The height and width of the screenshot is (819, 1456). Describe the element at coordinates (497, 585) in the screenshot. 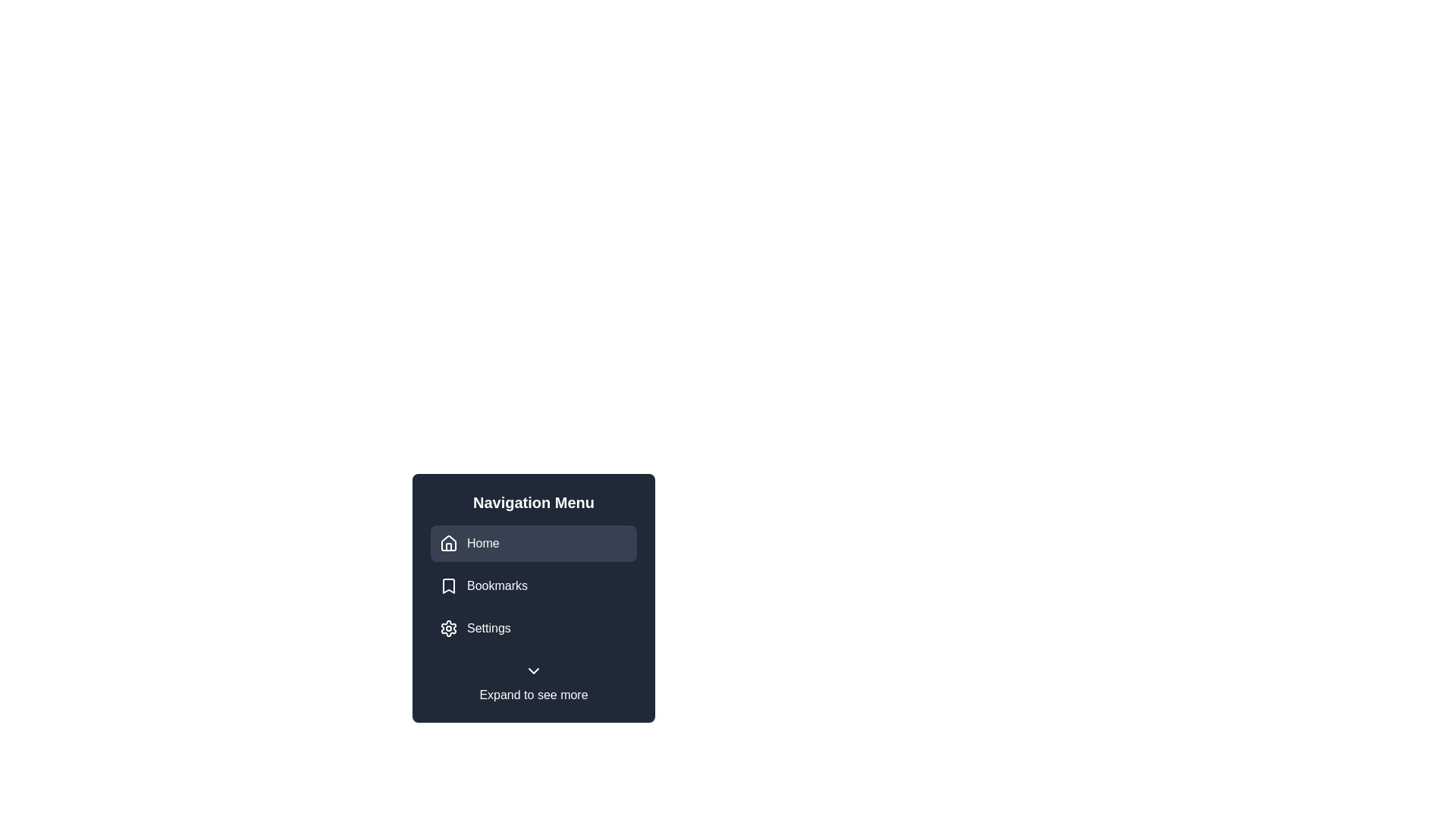

I see `the 'Bookmarks' text label located in the vertical navigation menu for accessibility purposes` at that location.